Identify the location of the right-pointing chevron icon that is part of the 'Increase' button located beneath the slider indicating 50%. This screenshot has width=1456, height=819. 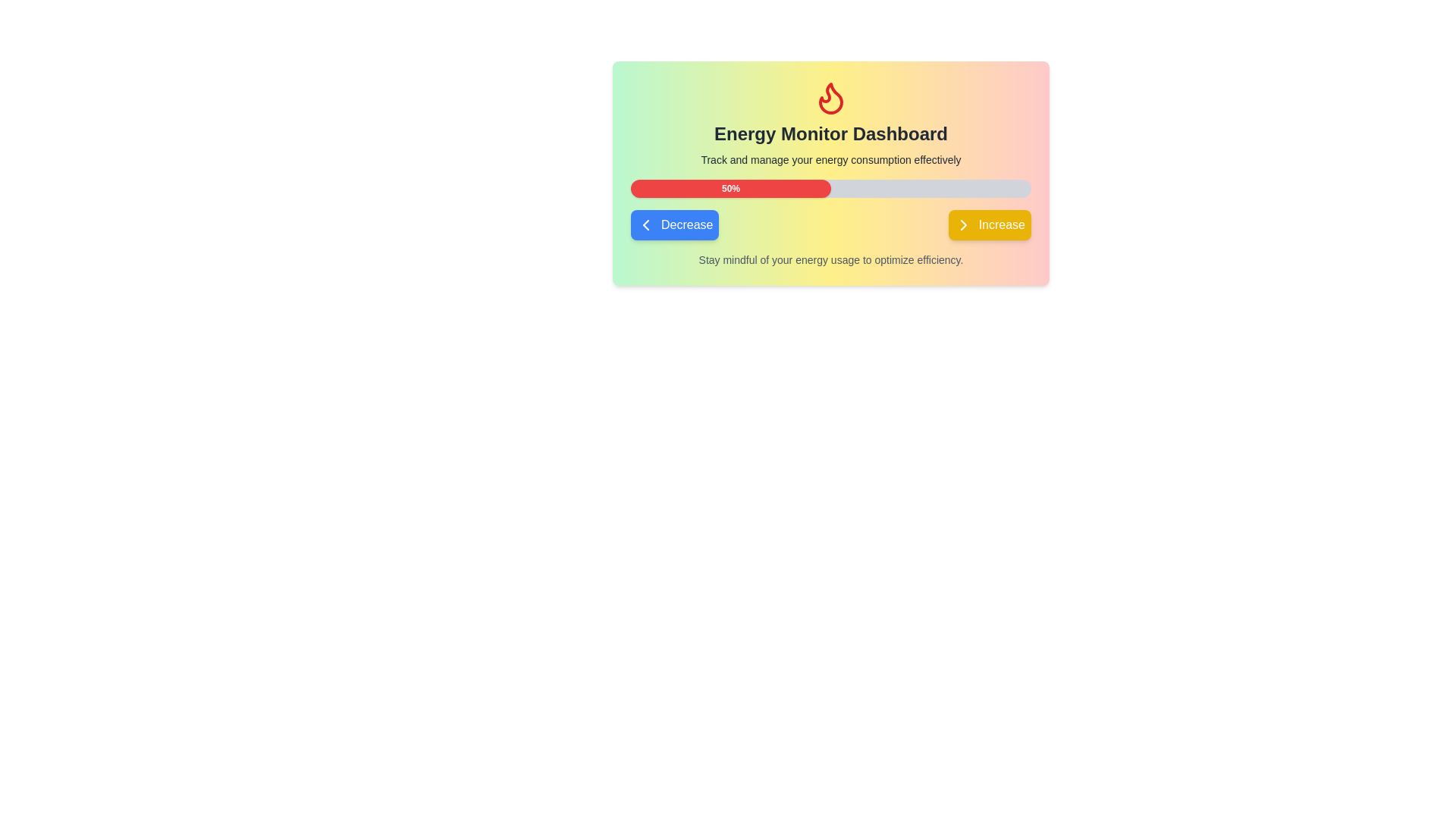
(962, 225).